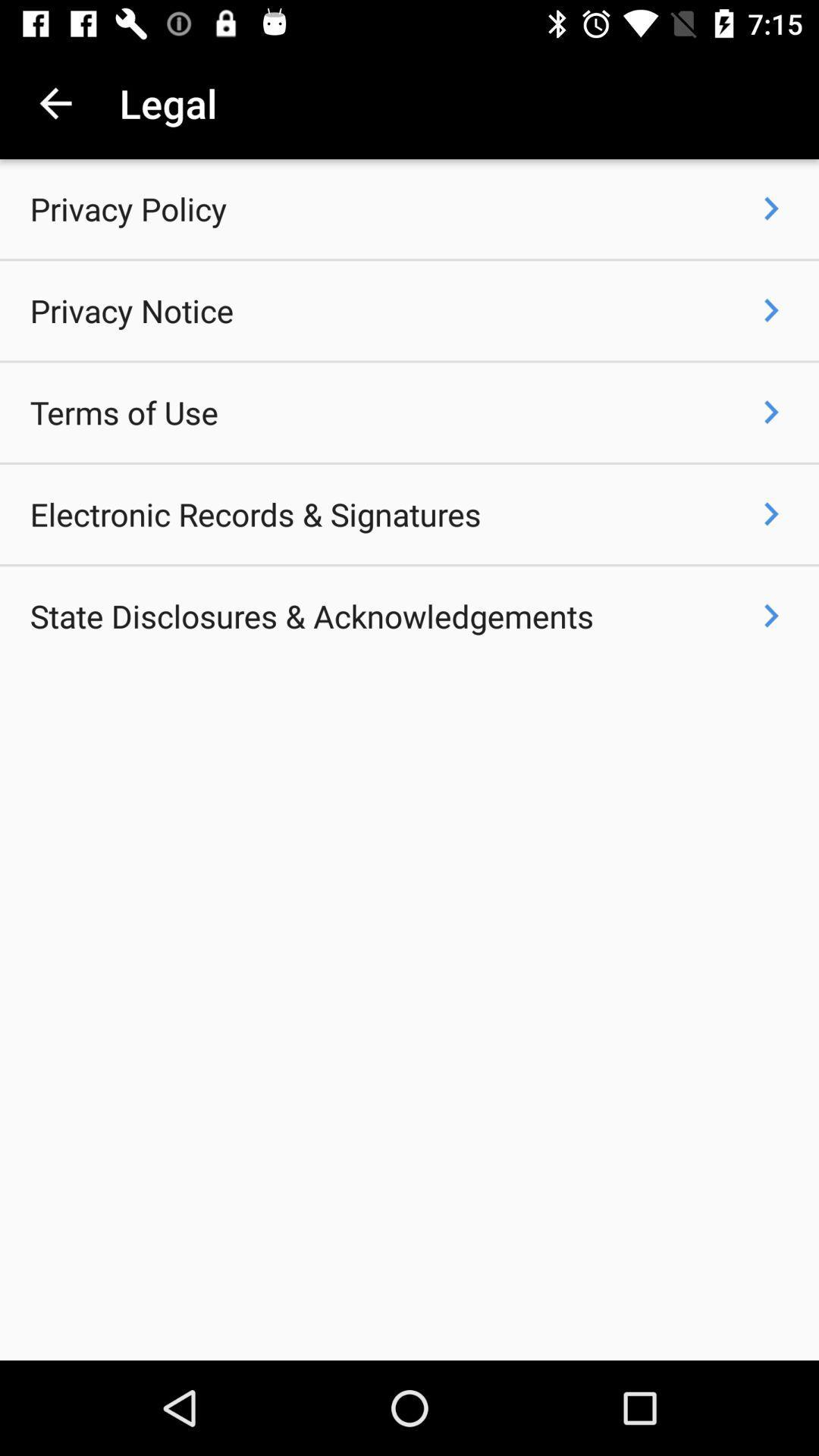 The height and width of the screenshot is (1456, 819). What do you see at coordinates (55, 102) in the screenshot?
I see `app next to legal item` at bounding box center [55, 102].